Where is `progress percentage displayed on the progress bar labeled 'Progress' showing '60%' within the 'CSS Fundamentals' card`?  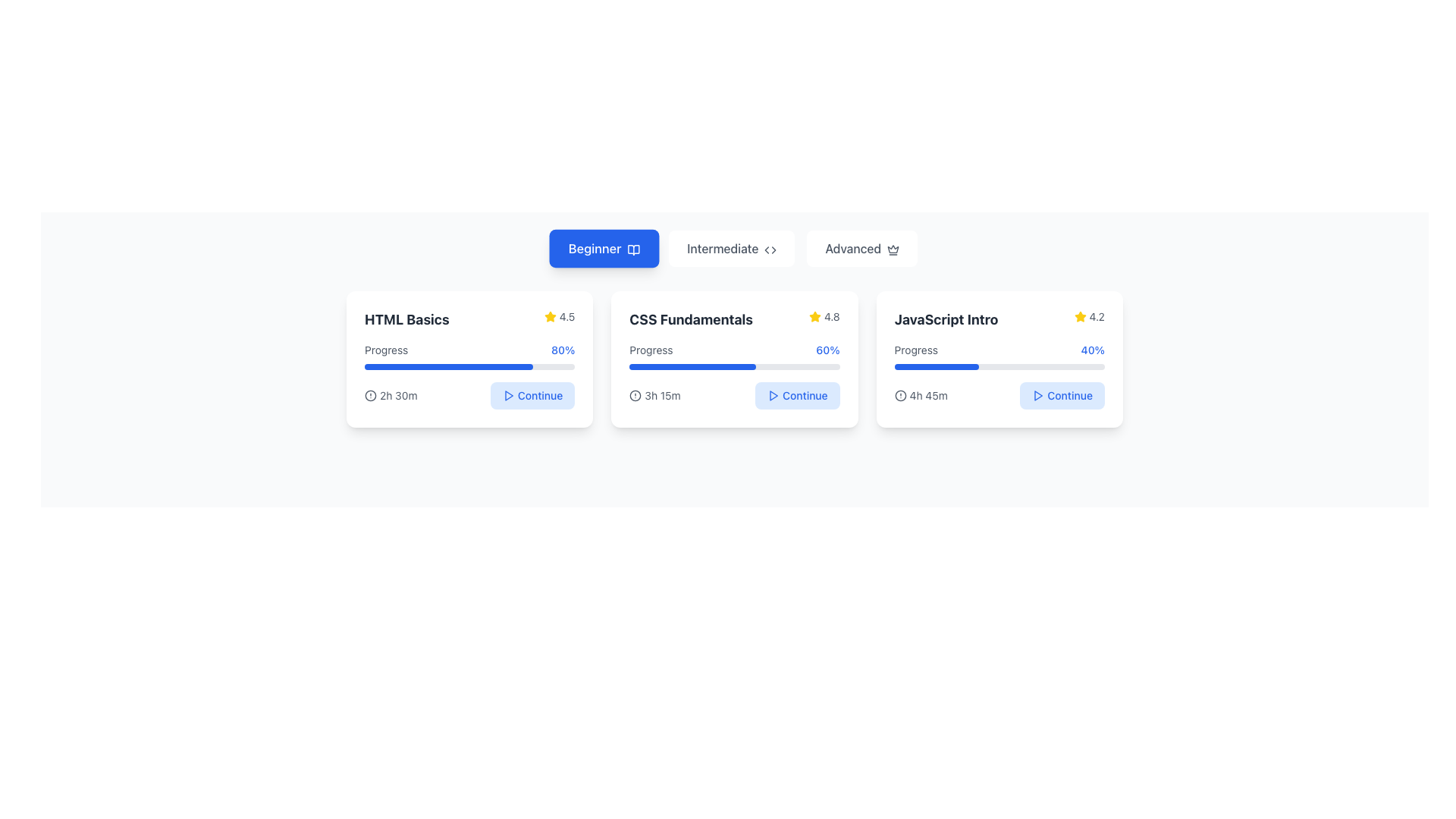 progress percentage displayed on the progress bar labeled 'Progress' showing '60%' within the 'CSS Fundamentals' card is located at coordinates (735, 356).